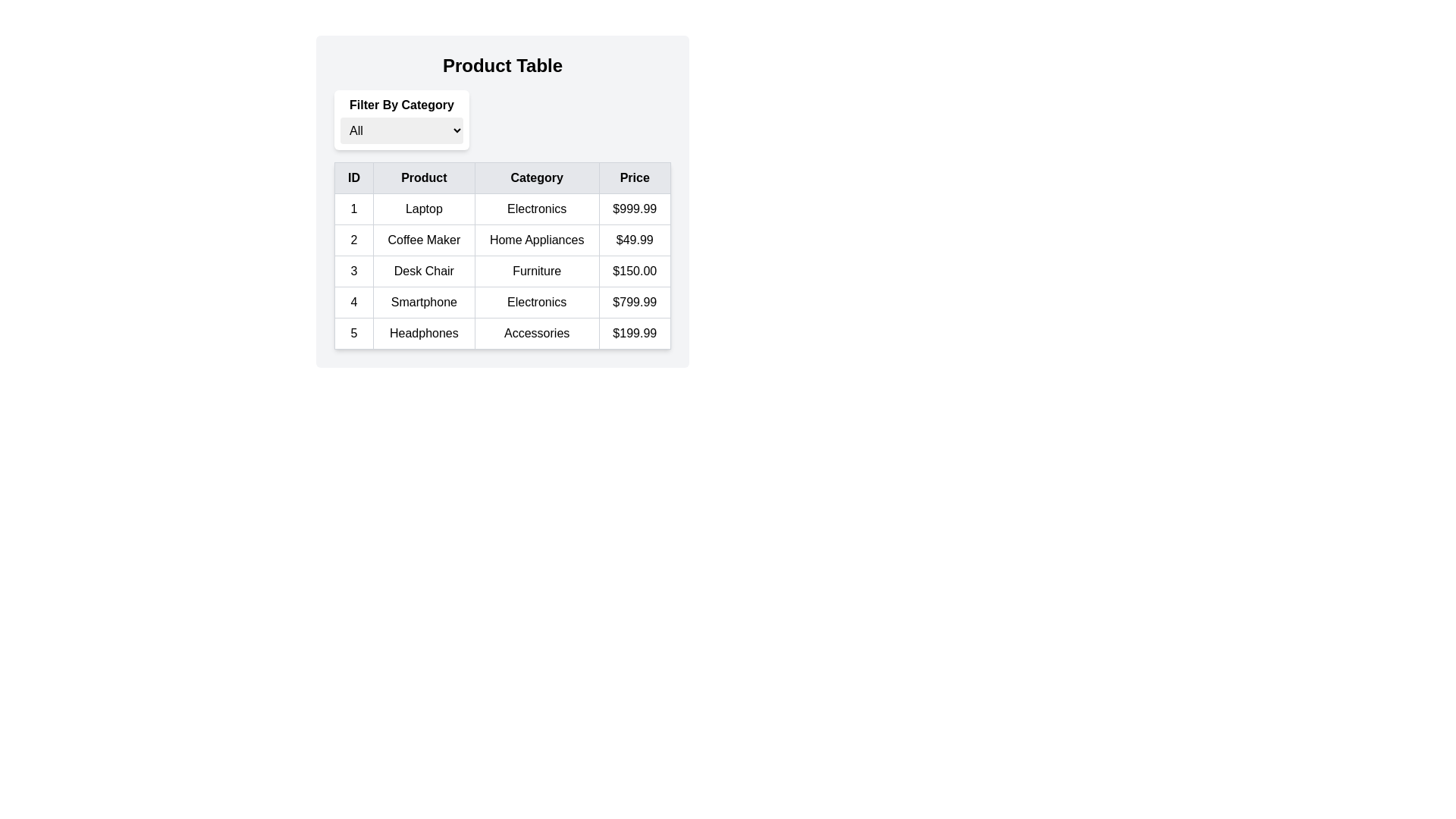 The image size is (1456, 819). I want to click on the fourth row of the product table, which contains cells for '4', 'Smartphone', 'Electronics', and '$799.99', to focus on this row, so click(502, 302).